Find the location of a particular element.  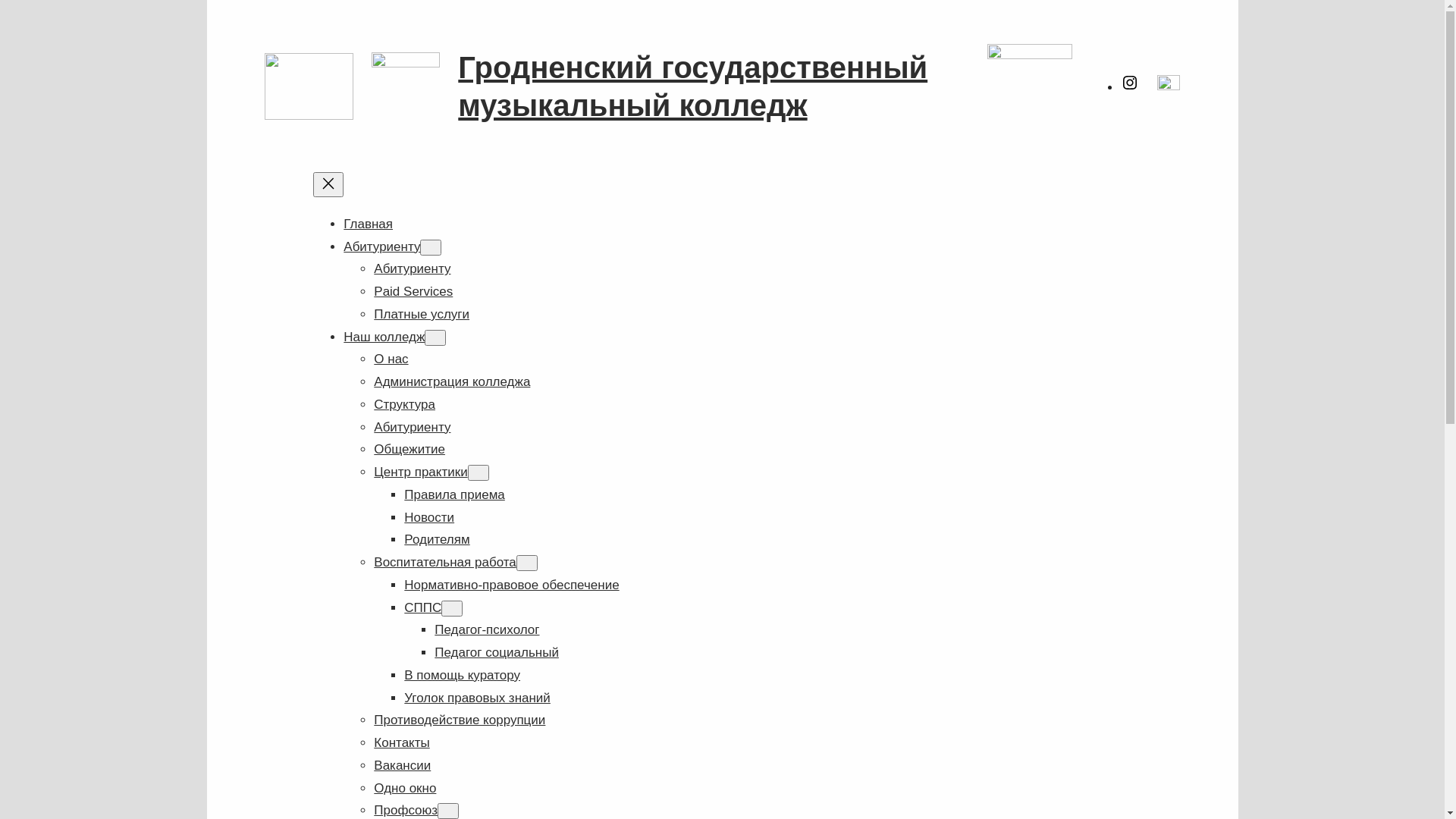

'Paid Services' is located at coordinates (413, 291).